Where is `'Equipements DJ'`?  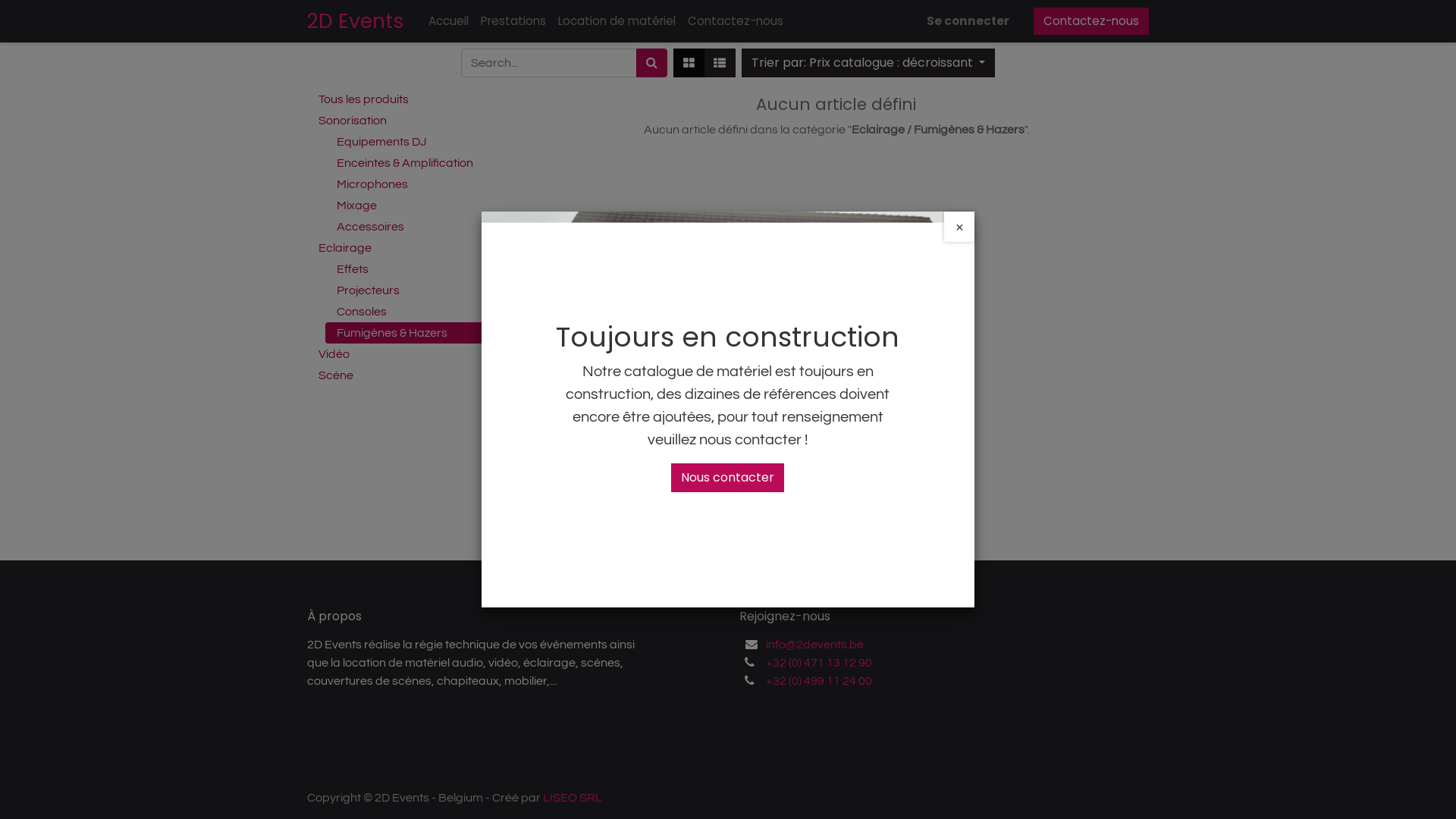
'Equipements DJ' is located at coordinates (413, 141).